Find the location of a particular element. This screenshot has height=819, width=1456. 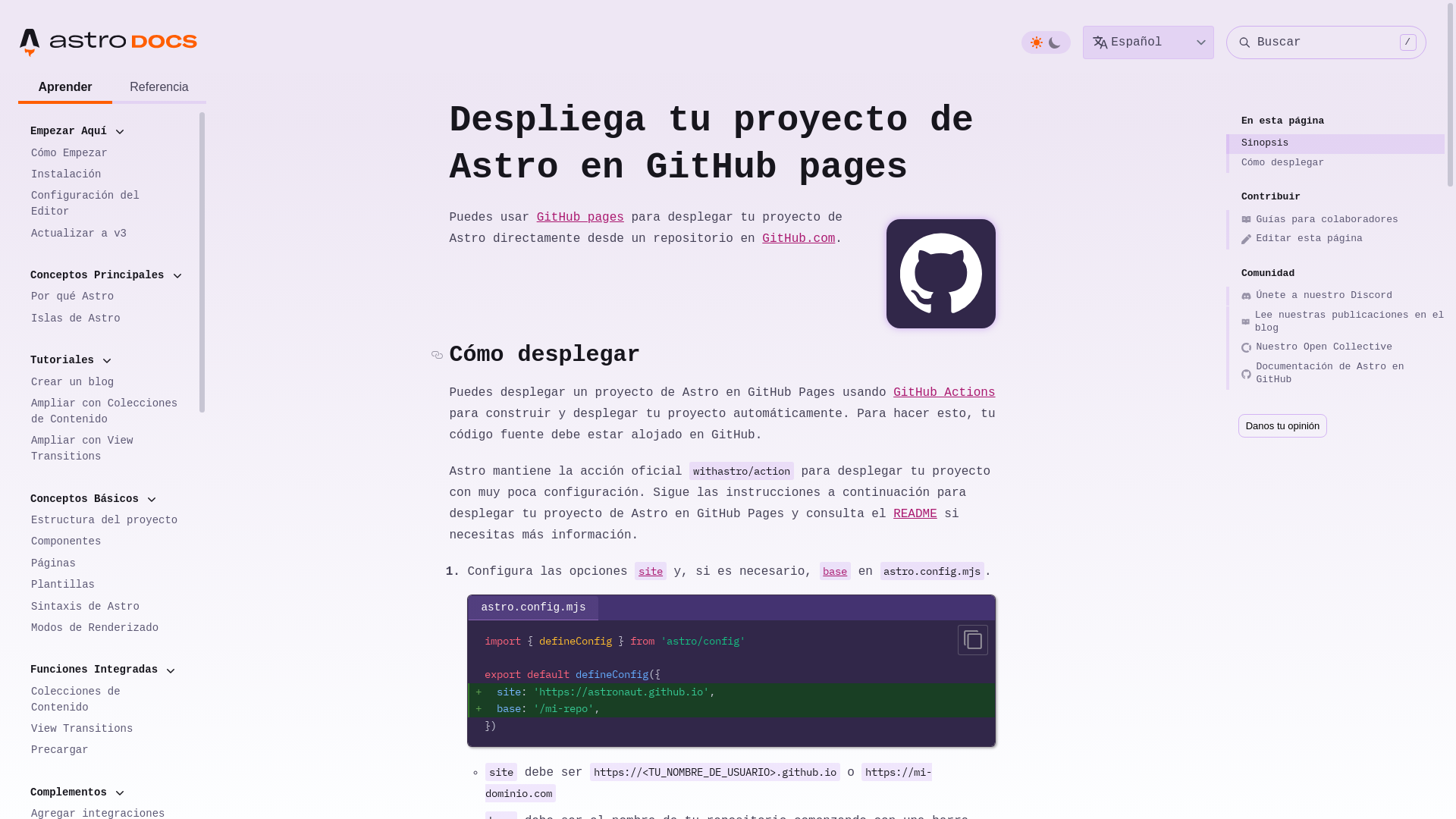

'GitHub.com' is located at coordinates (797, 239).